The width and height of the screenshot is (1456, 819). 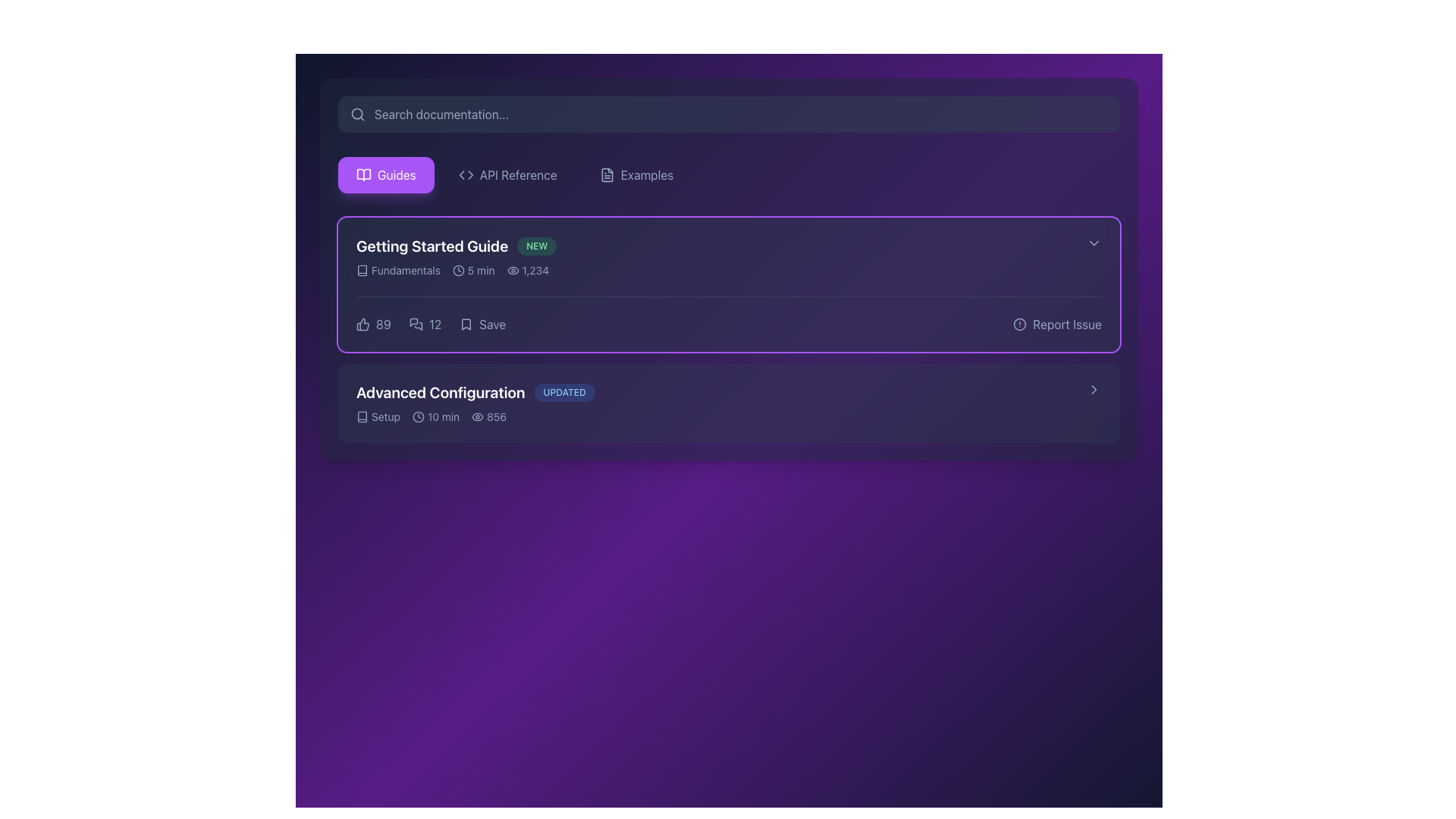 What do you see at coordinates (362, 324) in the screenshot?
I see `the 'like' icon located at the top section of the 'Getting Started Guide' card` at bounding box center [362, 324].